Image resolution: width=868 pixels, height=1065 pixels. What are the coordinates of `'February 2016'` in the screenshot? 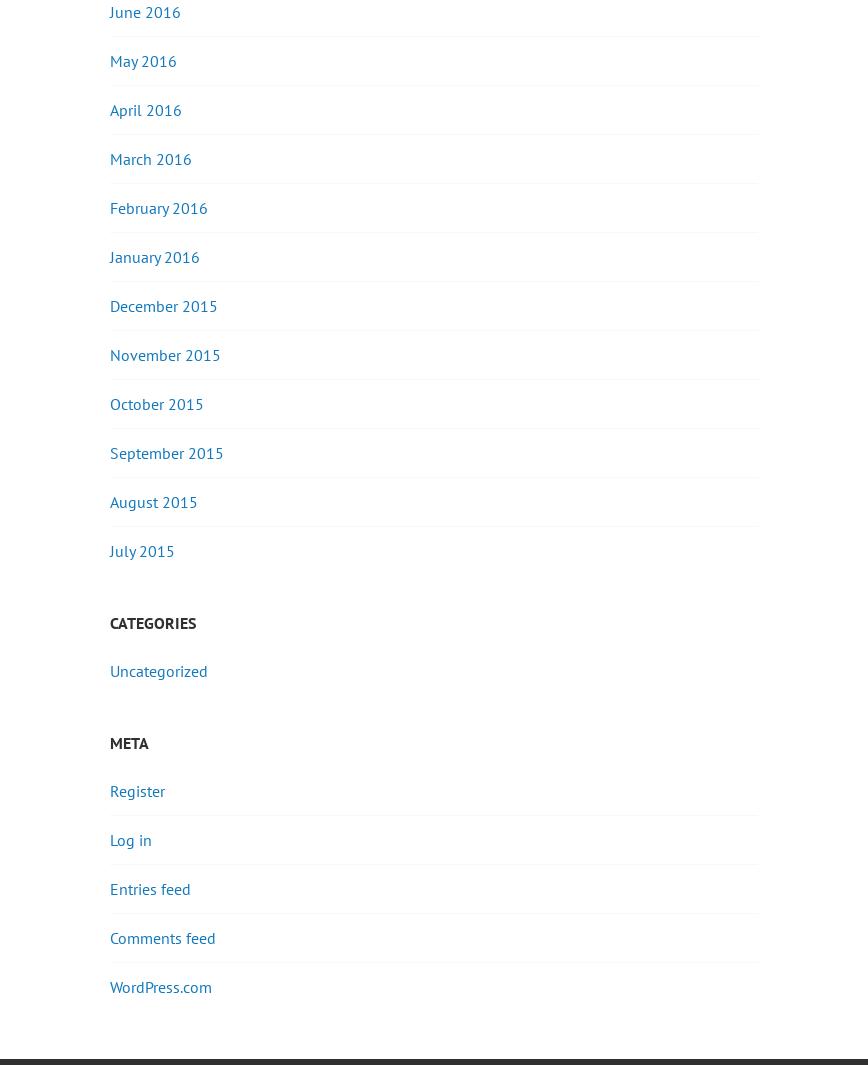 It's located at (159, 206).